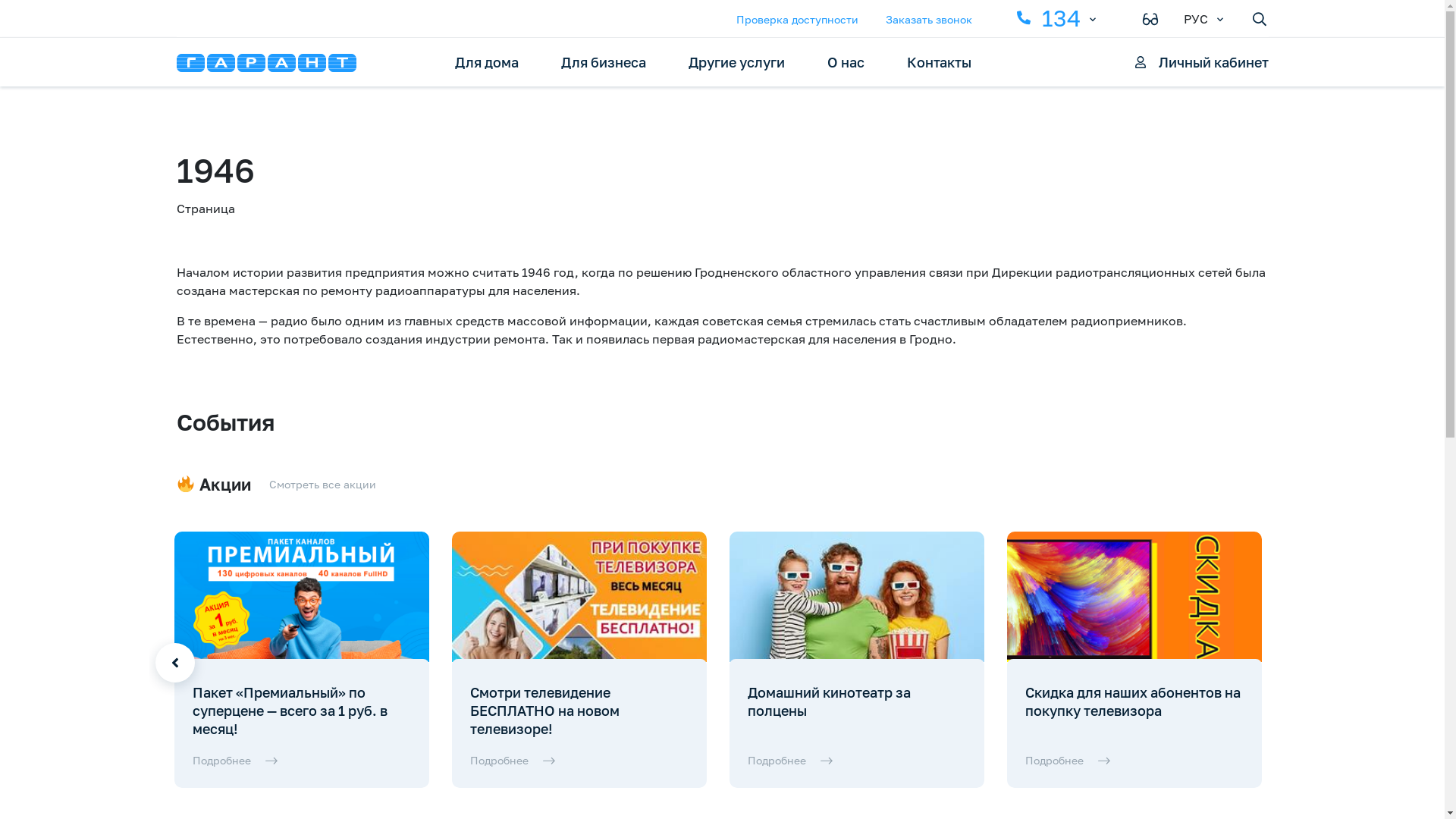  What do you see at coordinates (1046, 17) in the screenshot?
I see `'134'` at bounding box center [1046, 17].